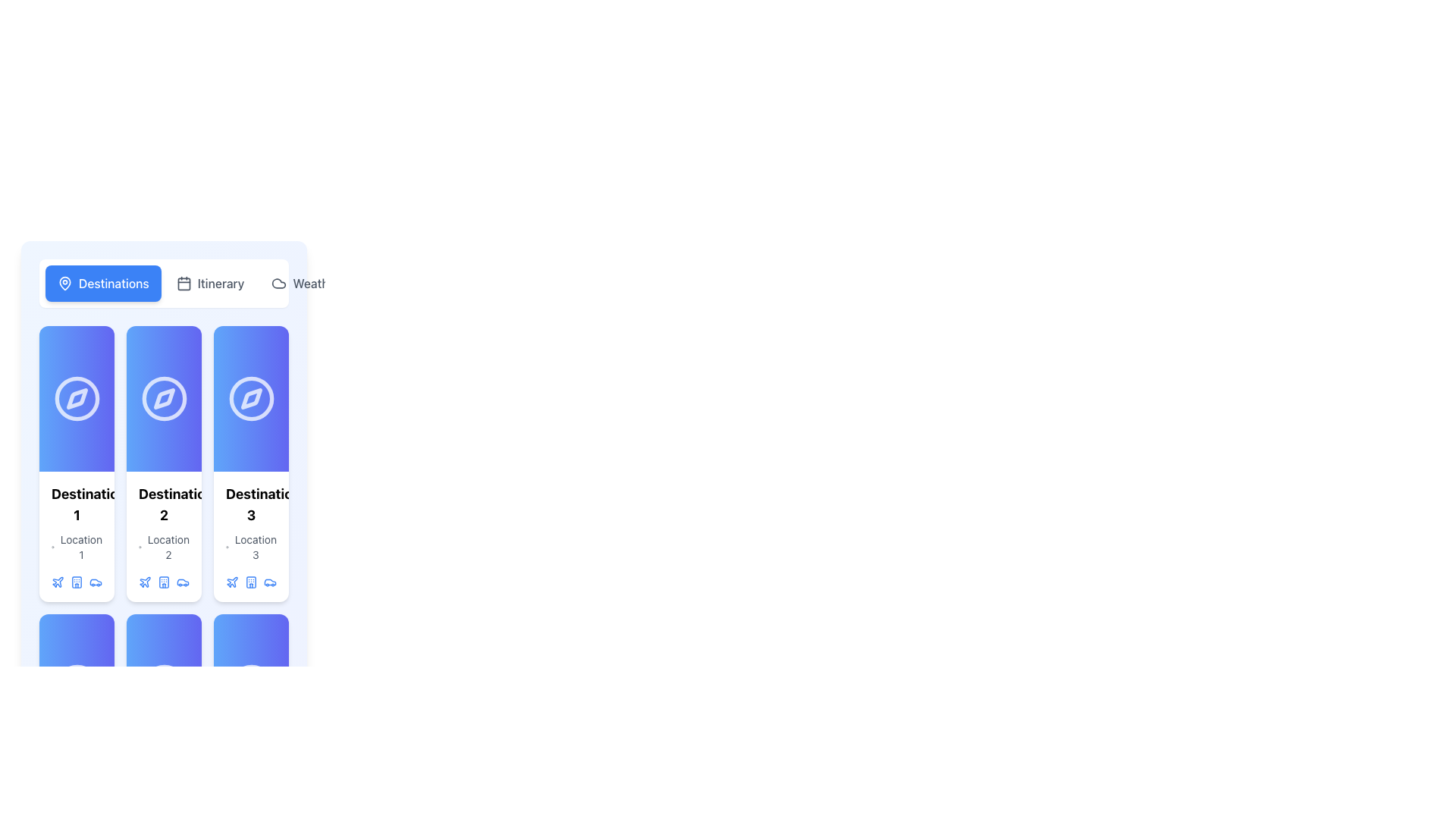  I want to click on the weather navigation button, so click(305, 284).